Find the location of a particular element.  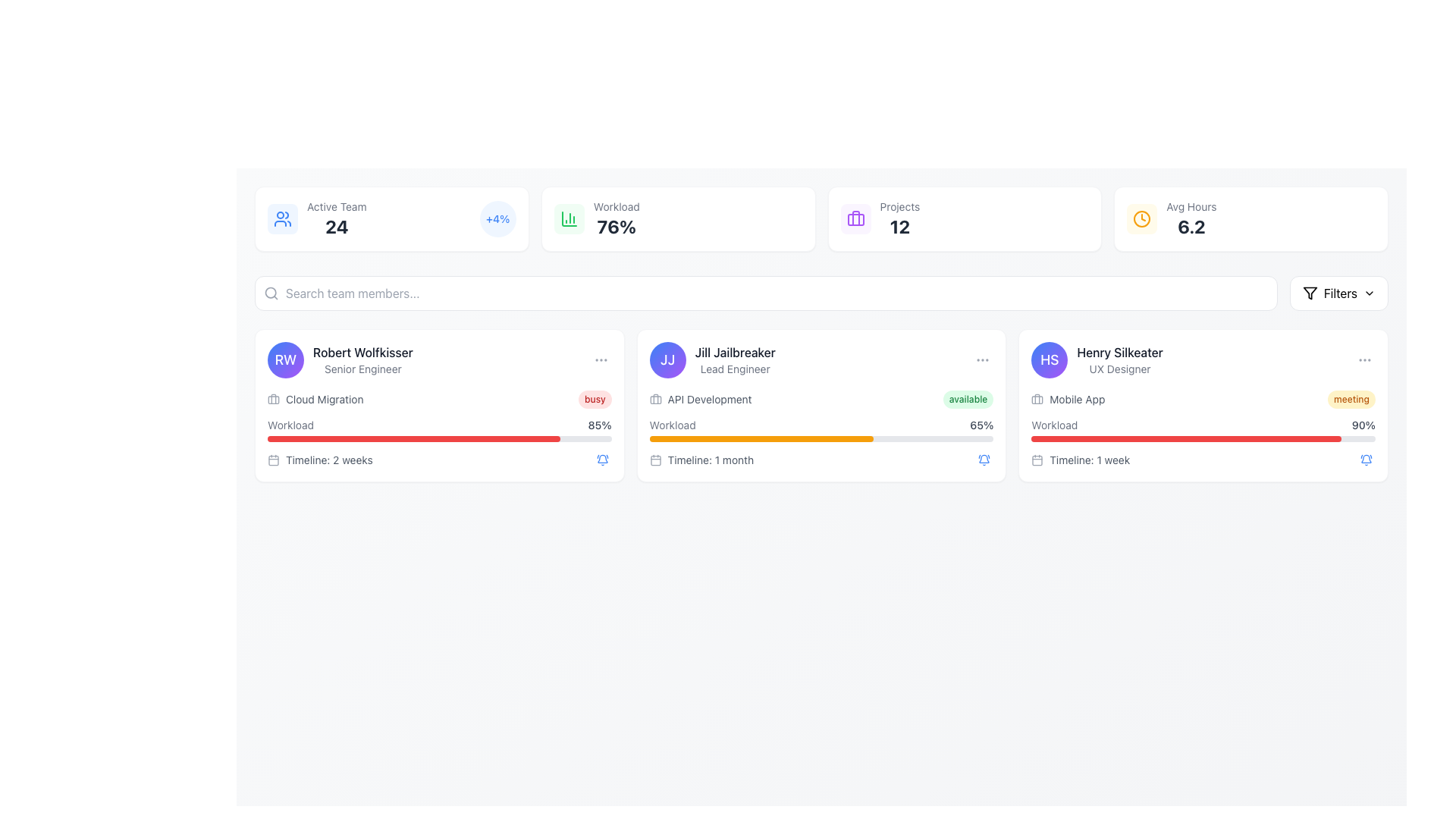

the static text element labeled 'Filters' located in the button group at the top-right corner of the interface, next to the SVG filter icon and chevron-down icon is located at coordinates (1340, 293).